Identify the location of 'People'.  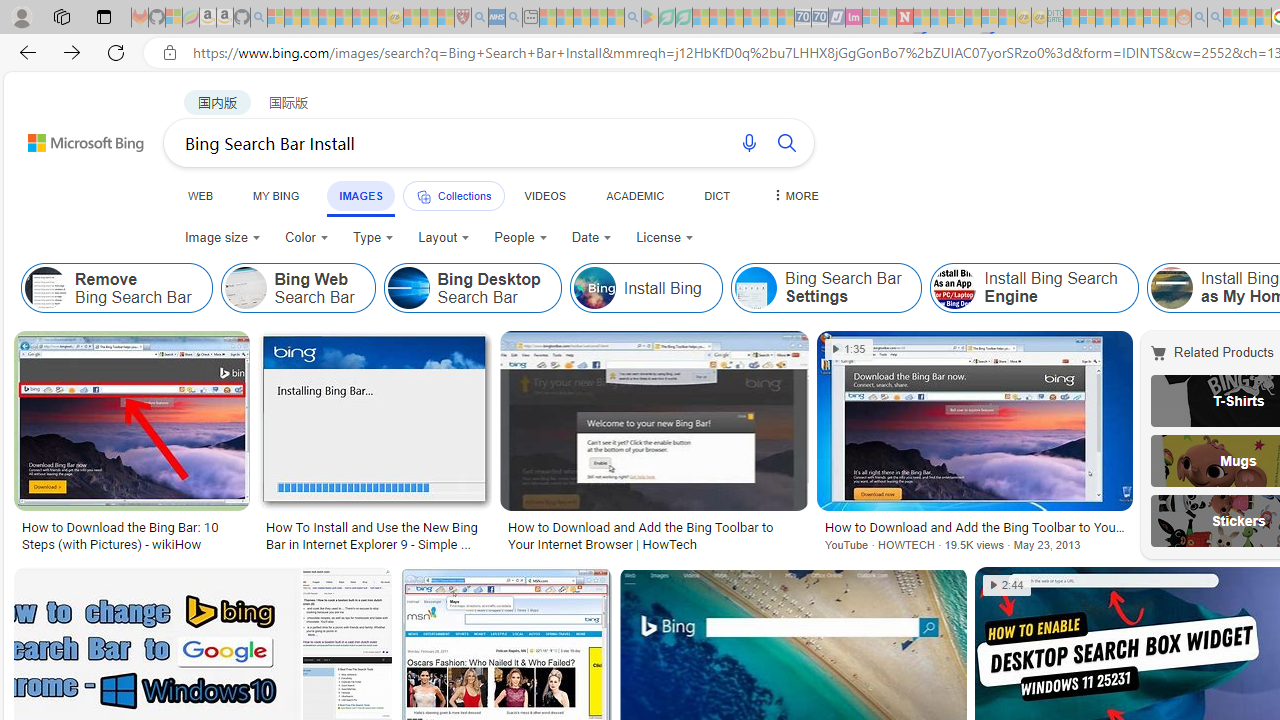
(521, 236).